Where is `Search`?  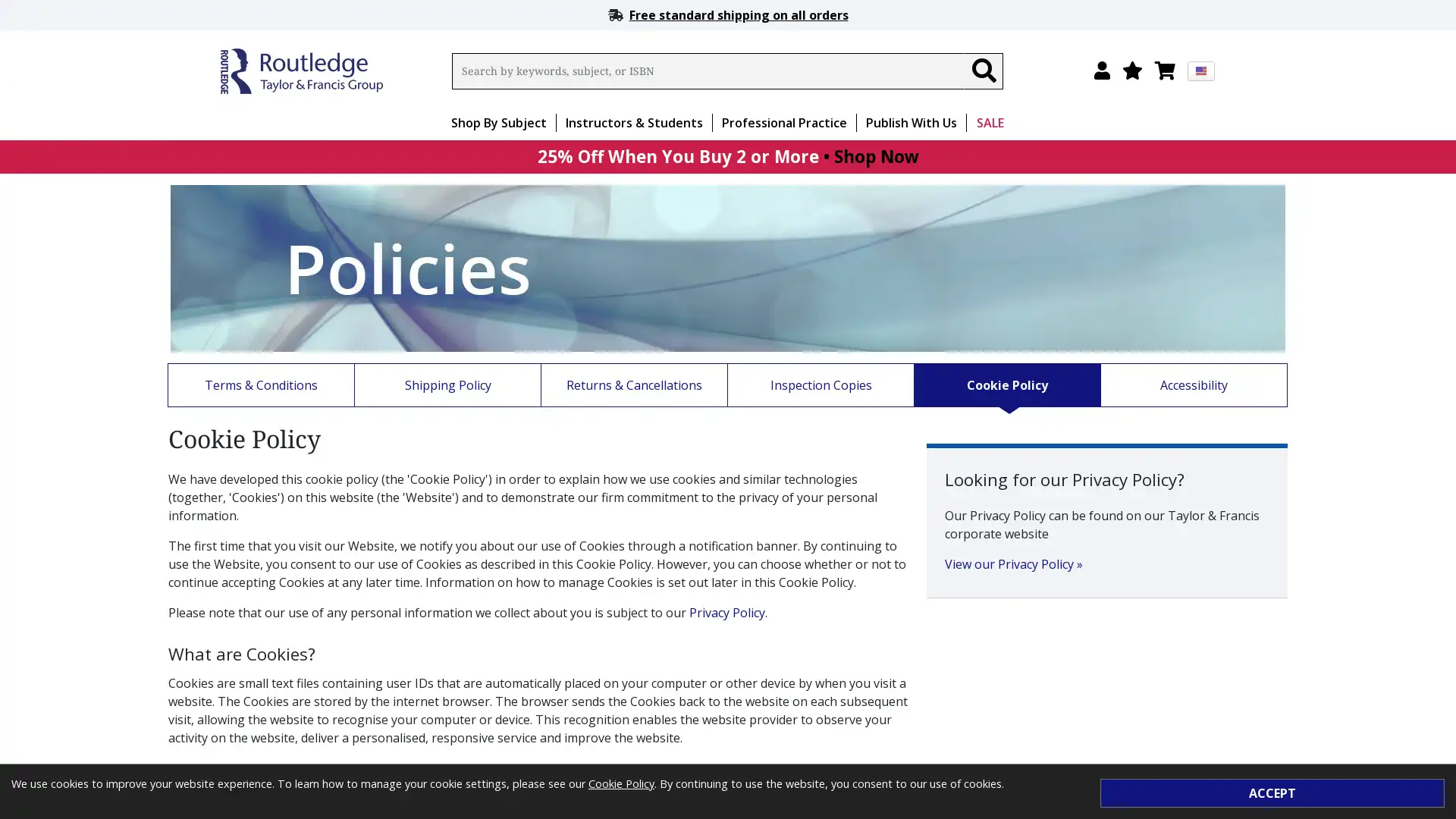 Search is located at coordinates (983, 71).